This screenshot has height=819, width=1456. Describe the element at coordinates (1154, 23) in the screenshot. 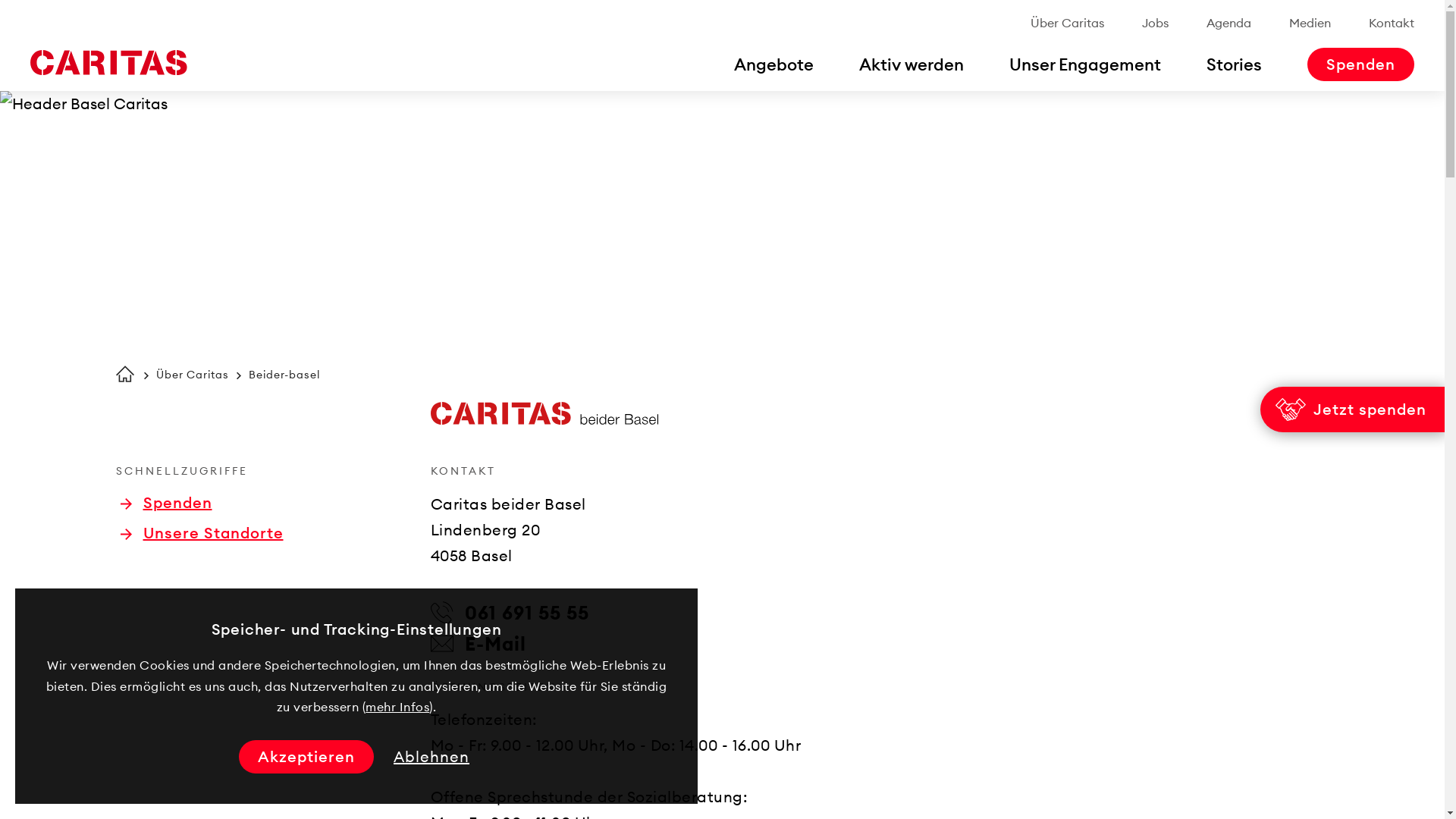

I see `'Jobs'` at that location.